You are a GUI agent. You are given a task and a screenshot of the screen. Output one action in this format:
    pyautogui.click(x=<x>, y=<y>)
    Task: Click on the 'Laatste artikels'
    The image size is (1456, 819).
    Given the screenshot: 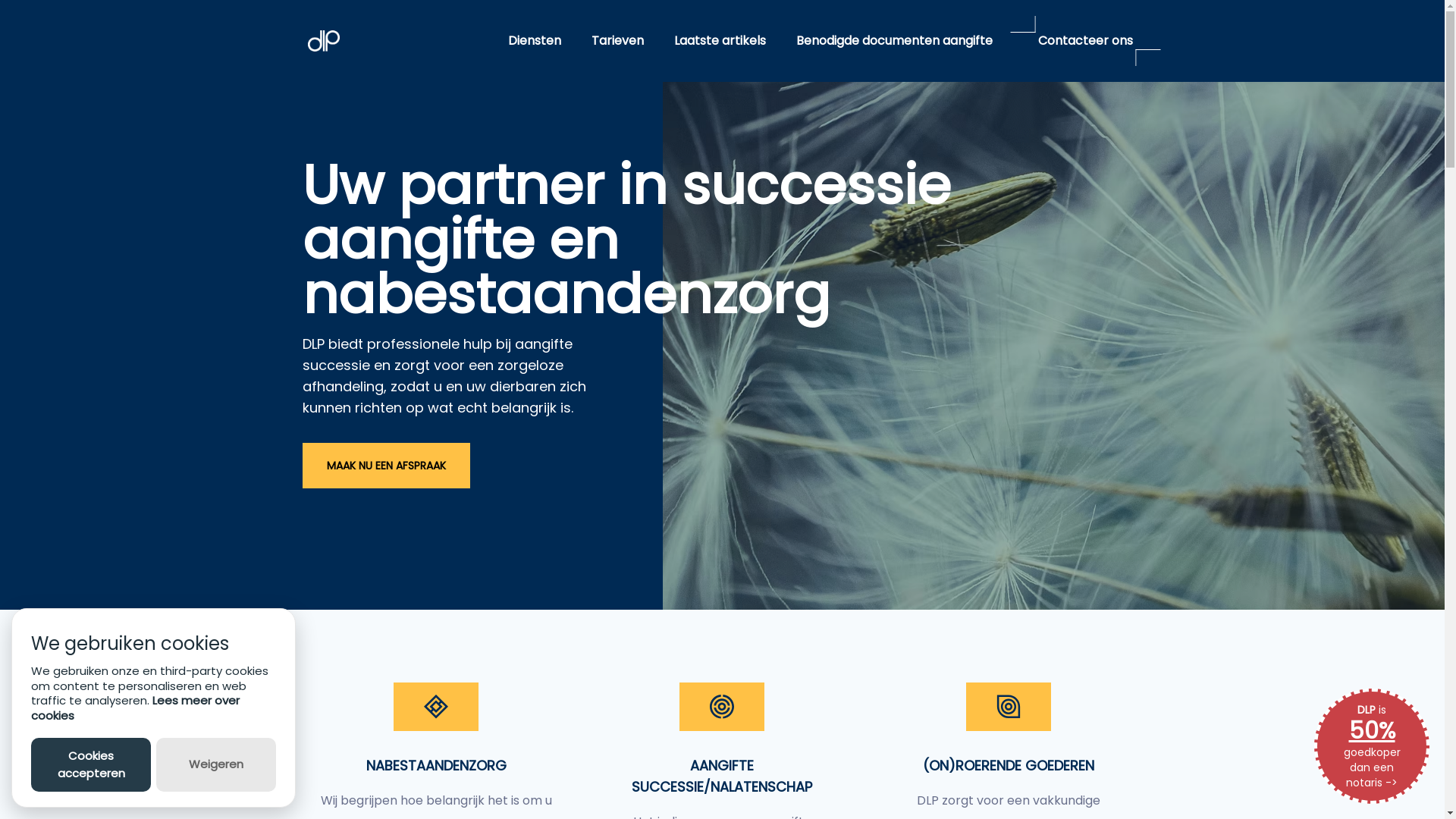 What is the action you would take?
    pyautogui.click(x=673, y=39)
    